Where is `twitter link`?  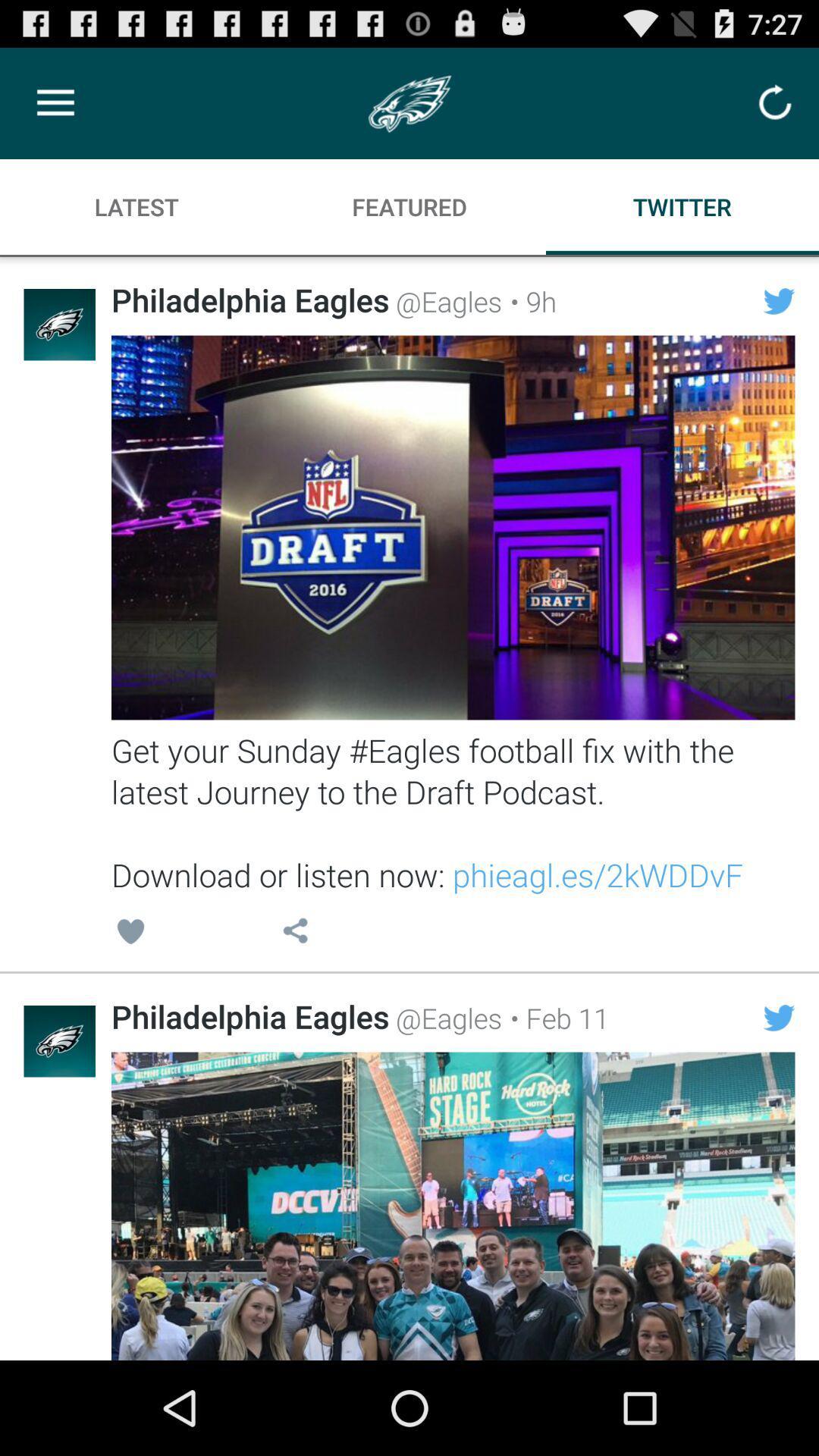 twitter link is located at coordinates (452, 1205).